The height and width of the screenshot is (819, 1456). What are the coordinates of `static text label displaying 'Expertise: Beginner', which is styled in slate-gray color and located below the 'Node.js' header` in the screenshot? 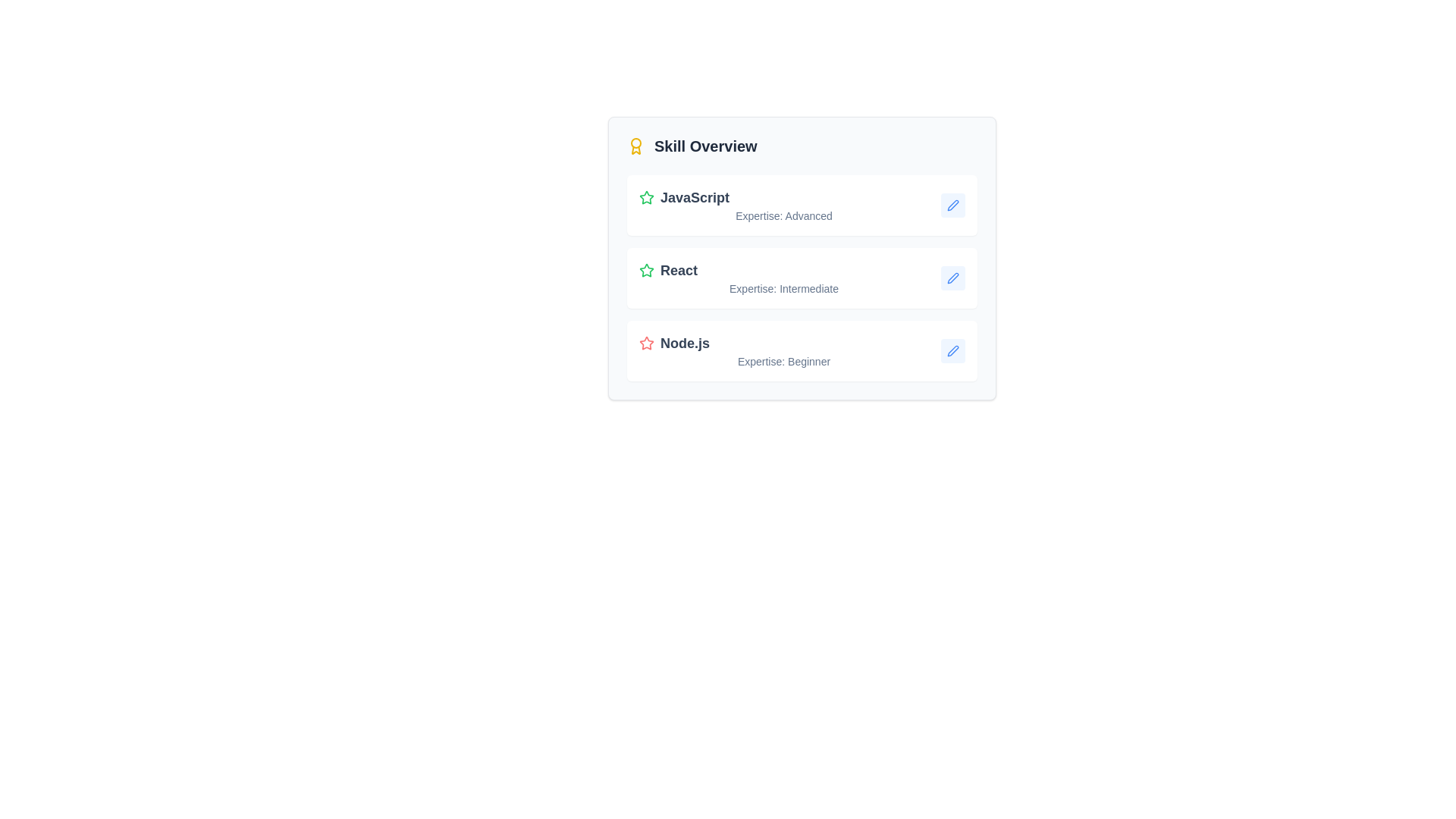 It's located at (783, 362).